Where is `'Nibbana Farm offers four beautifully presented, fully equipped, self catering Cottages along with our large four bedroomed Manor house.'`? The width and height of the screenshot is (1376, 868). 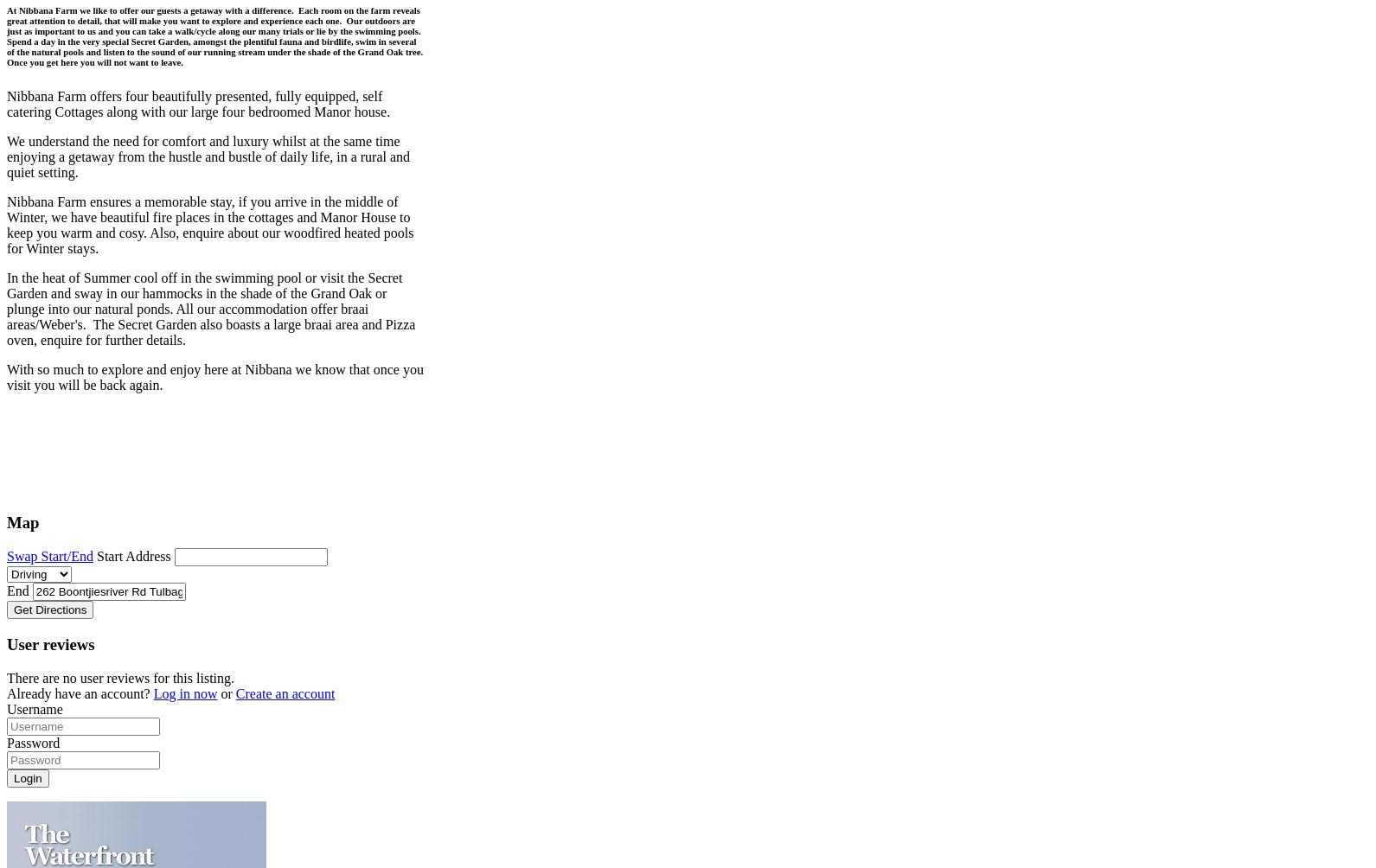 'Nibbana Farm offers four beautifully presented, fully equipped, self catering Cottages along with our large four bedroomed Manor house.' is located at coordinates (197, 103).